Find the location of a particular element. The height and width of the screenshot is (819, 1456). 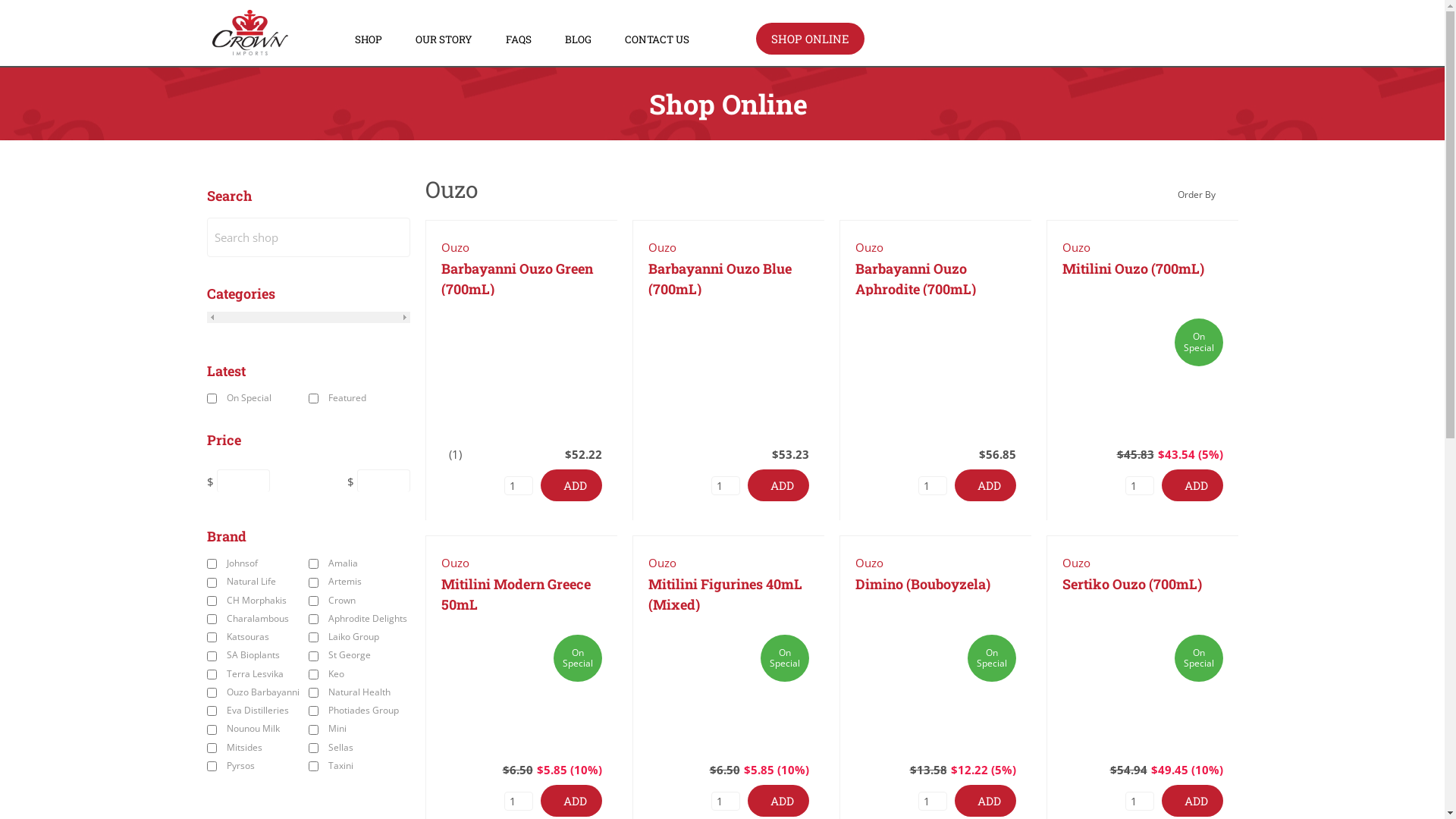

'ADD' is located at coordinates (570, 485).